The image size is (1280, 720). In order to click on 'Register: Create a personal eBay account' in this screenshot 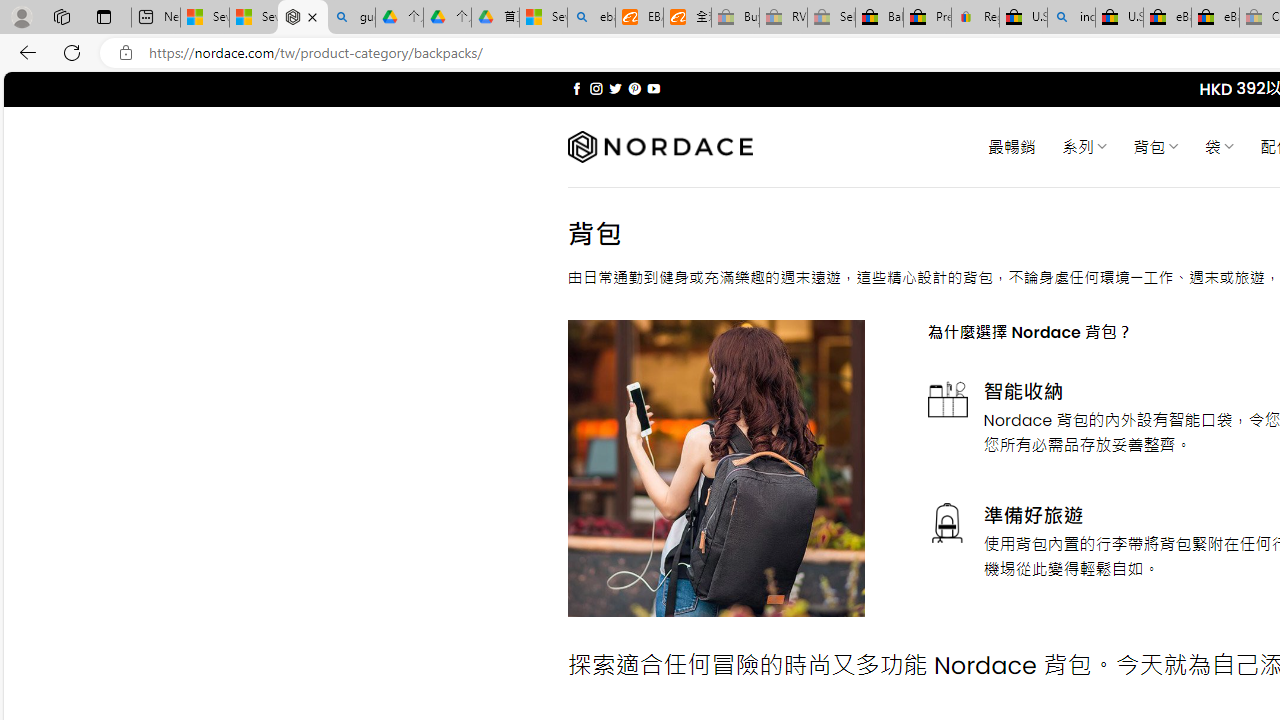, I will do `click(976, 17)`.